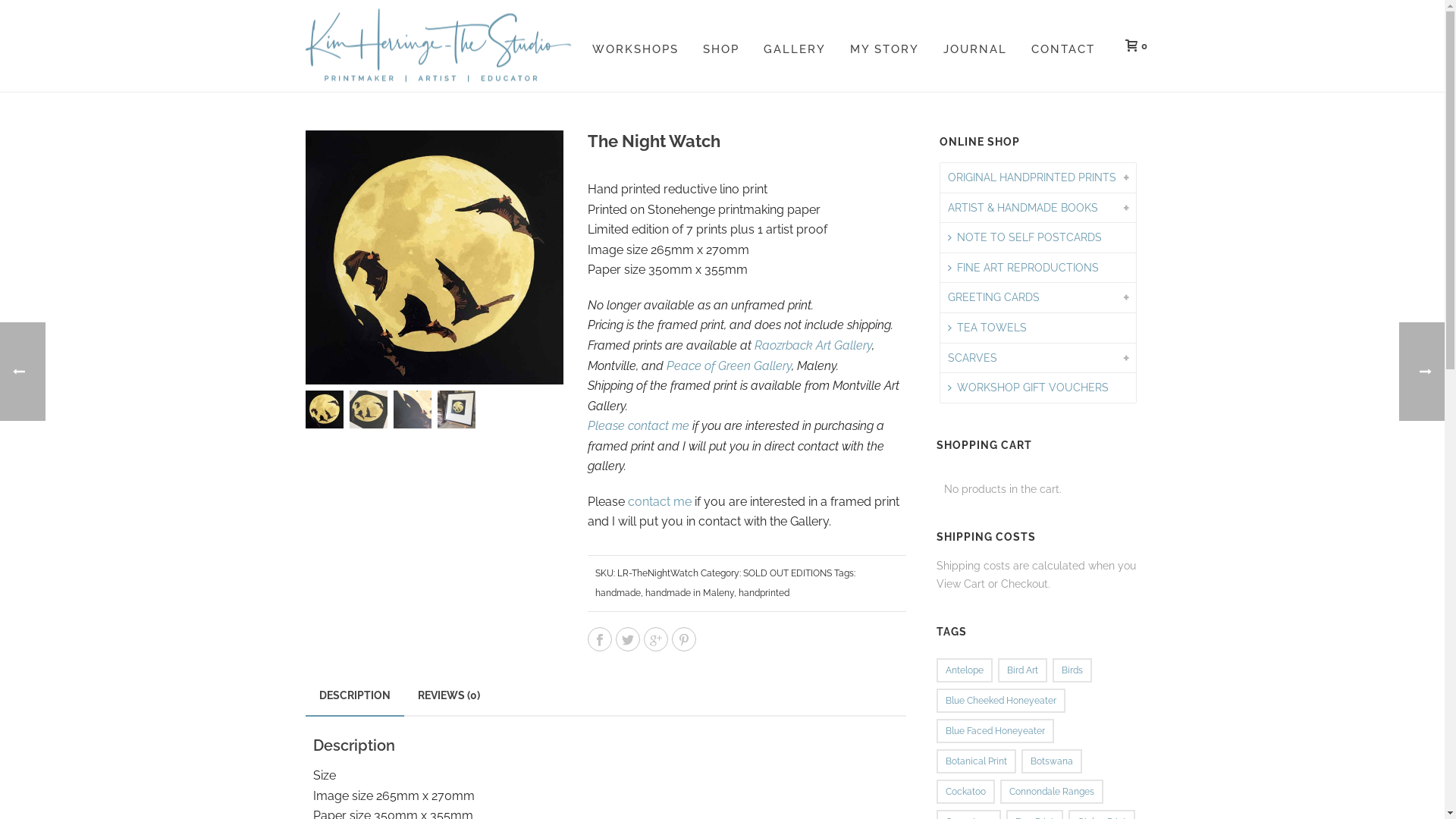 The image size is (1456, 819). What do you see at coordinates (993, 297) in the screenshot?
I see `'GREETING CARDS'` at bounding box center [993, 297].